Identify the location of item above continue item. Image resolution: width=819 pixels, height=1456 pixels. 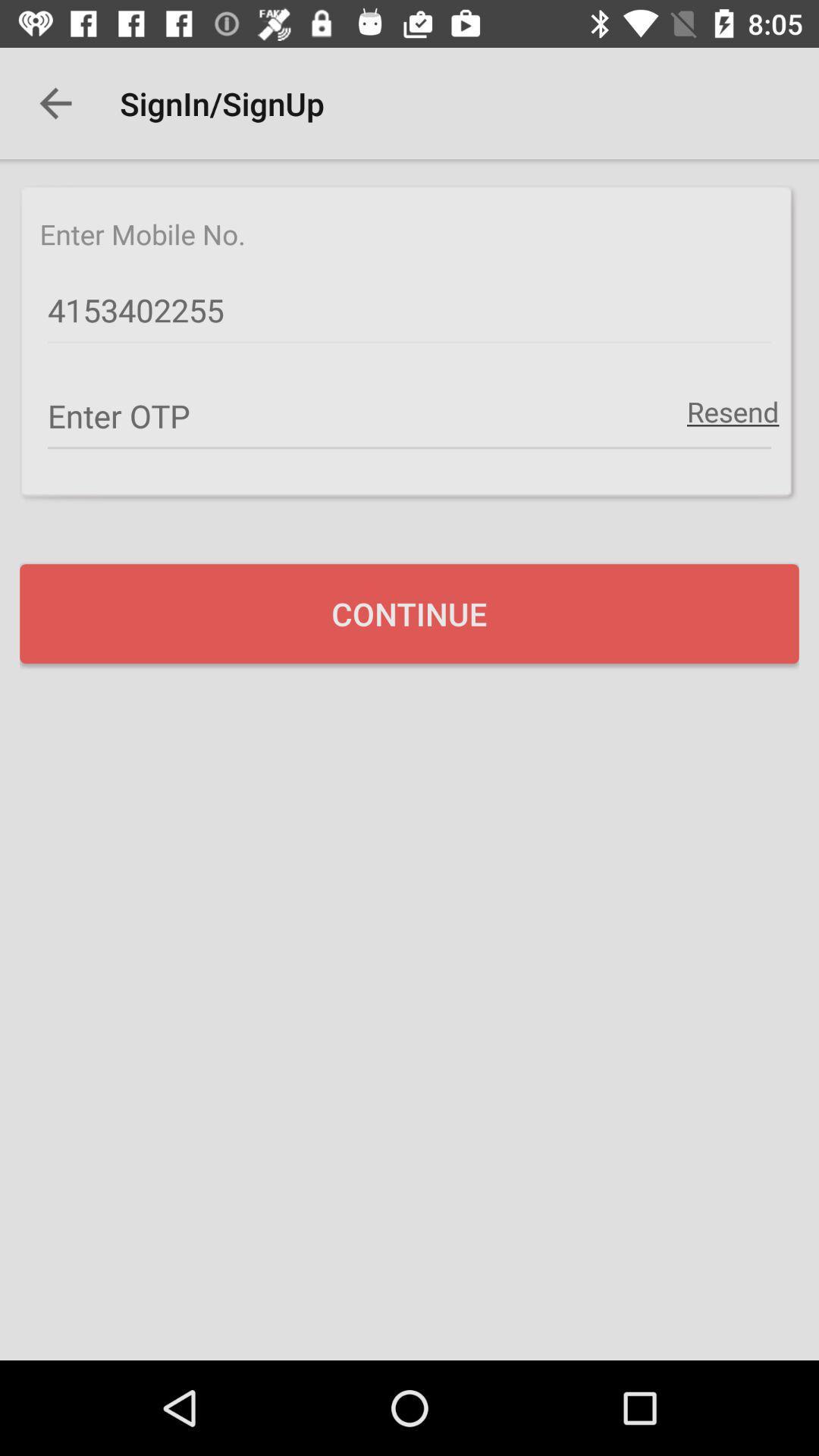
(732, 411).